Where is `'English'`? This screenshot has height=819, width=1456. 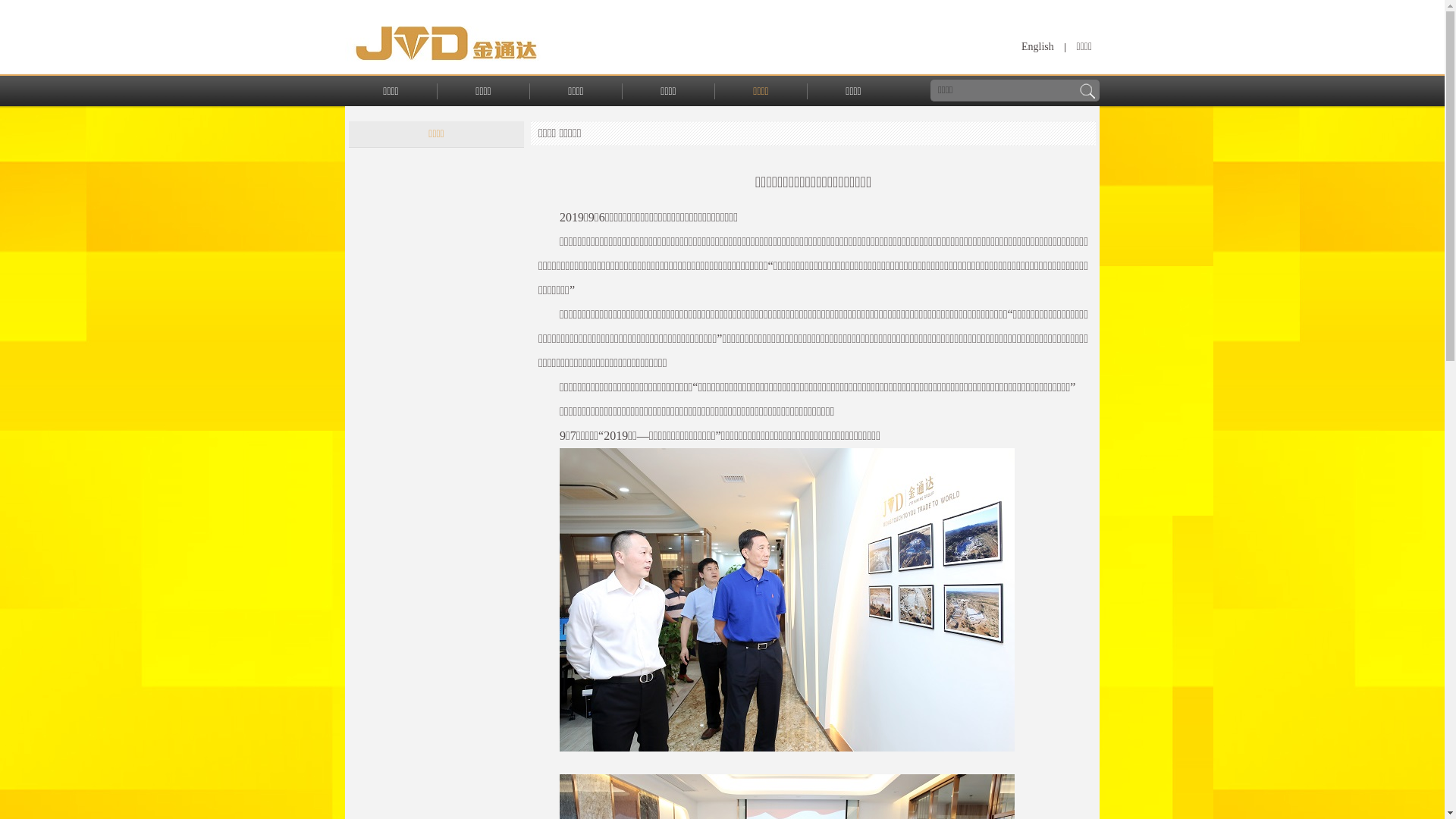 'English' is located at coordinates (1037, 45).